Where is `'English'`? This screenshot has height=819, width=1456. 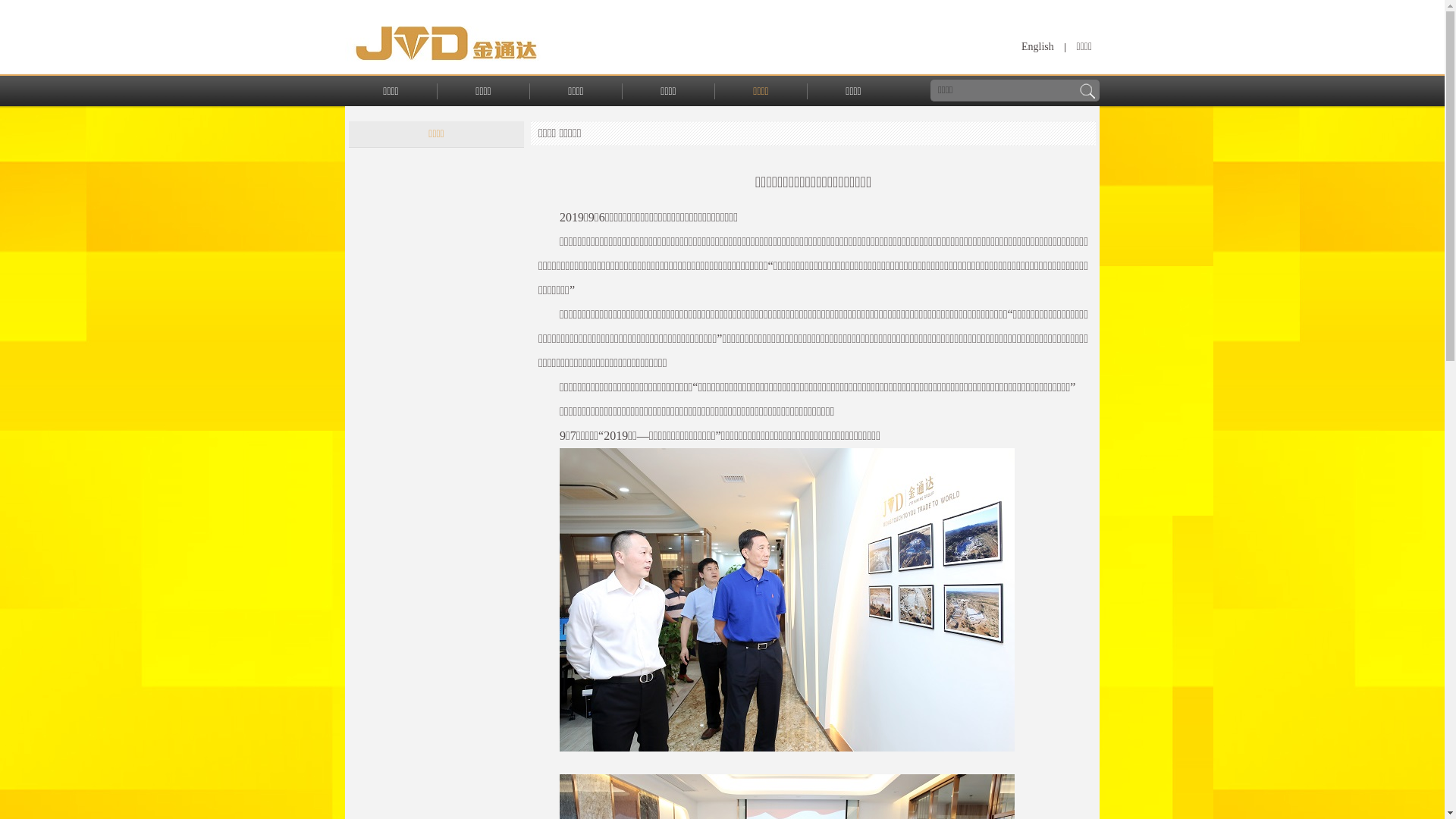 'English' is located at coordinates (1037, 45).